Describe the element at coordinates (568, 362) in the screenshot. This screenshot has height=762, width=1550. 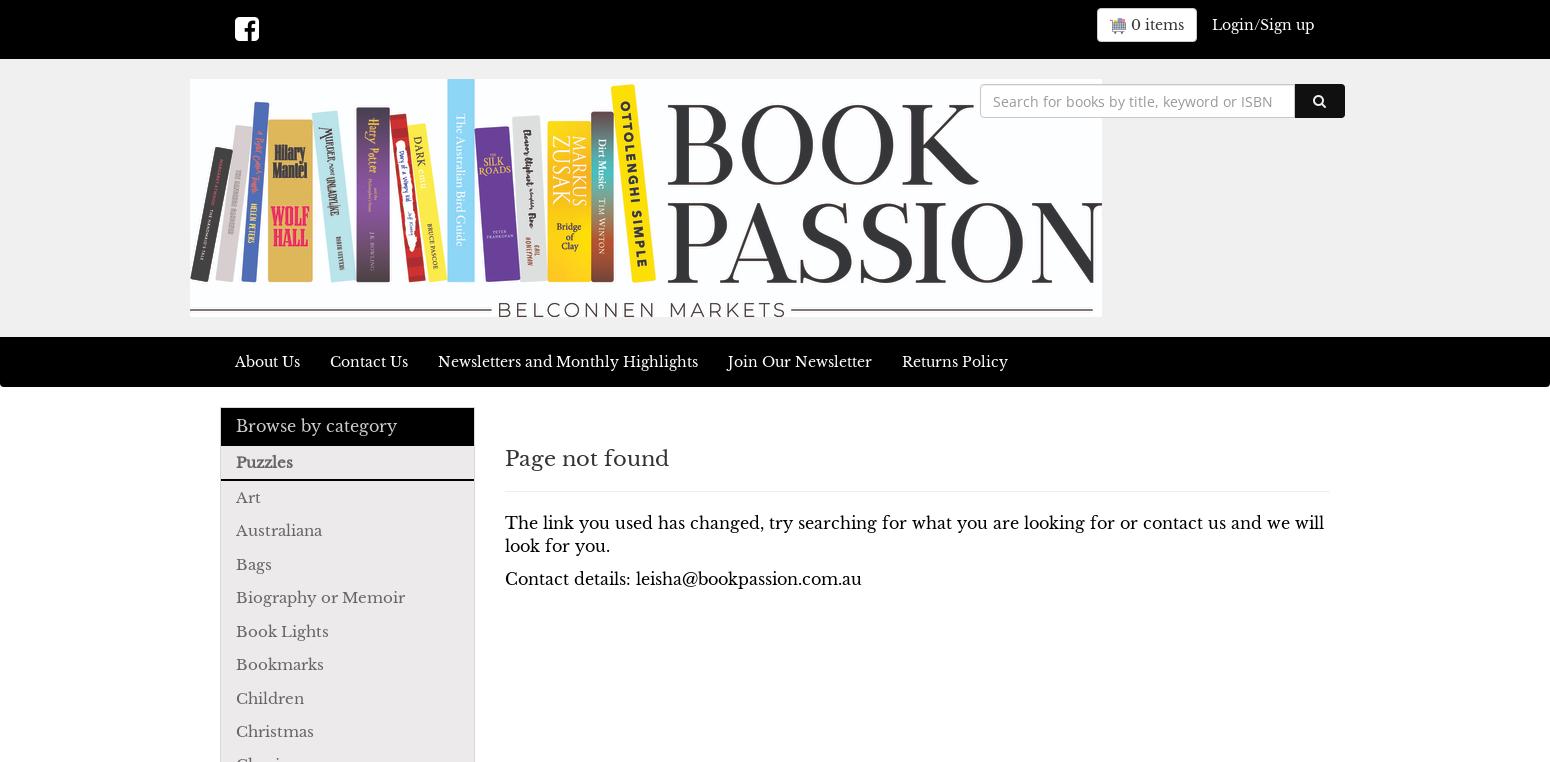
I see `'Newsletters and Monthly Highlights'` at that location.